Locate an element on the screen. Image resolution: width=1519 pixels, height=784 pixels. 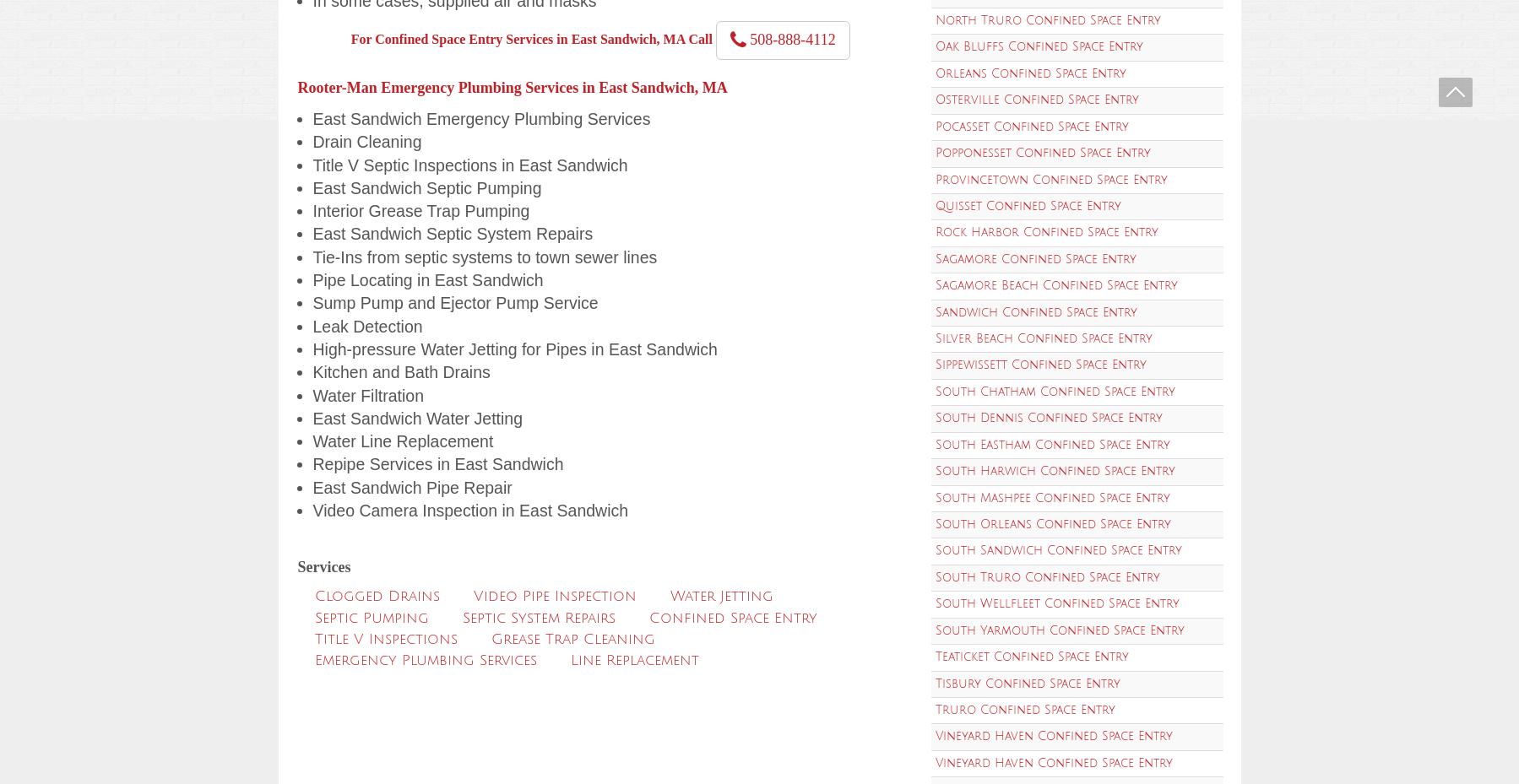
'South Dennis Confined Space Entry' is located at coordinates (933, 418).